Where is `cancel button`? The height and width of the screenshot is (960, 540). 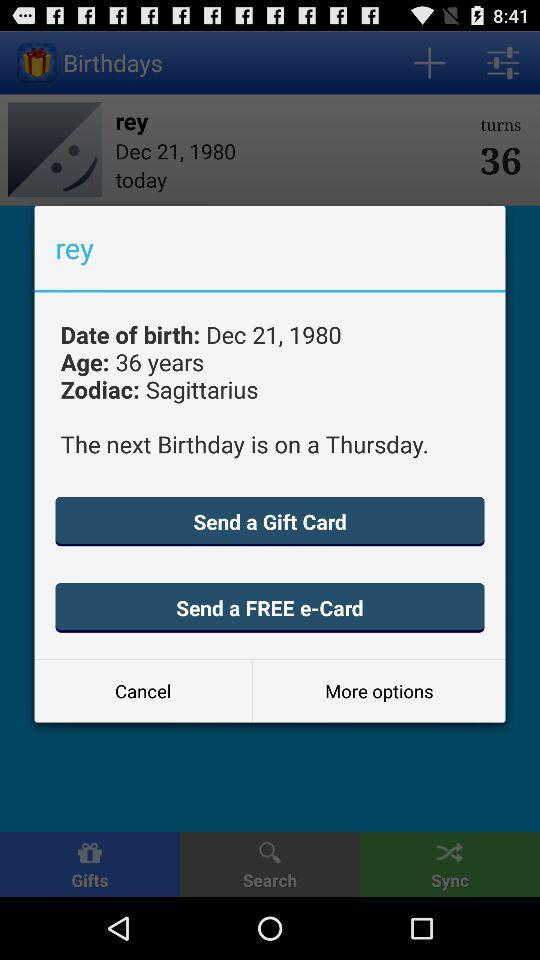
cancel button is located at coordinates (142, 691).